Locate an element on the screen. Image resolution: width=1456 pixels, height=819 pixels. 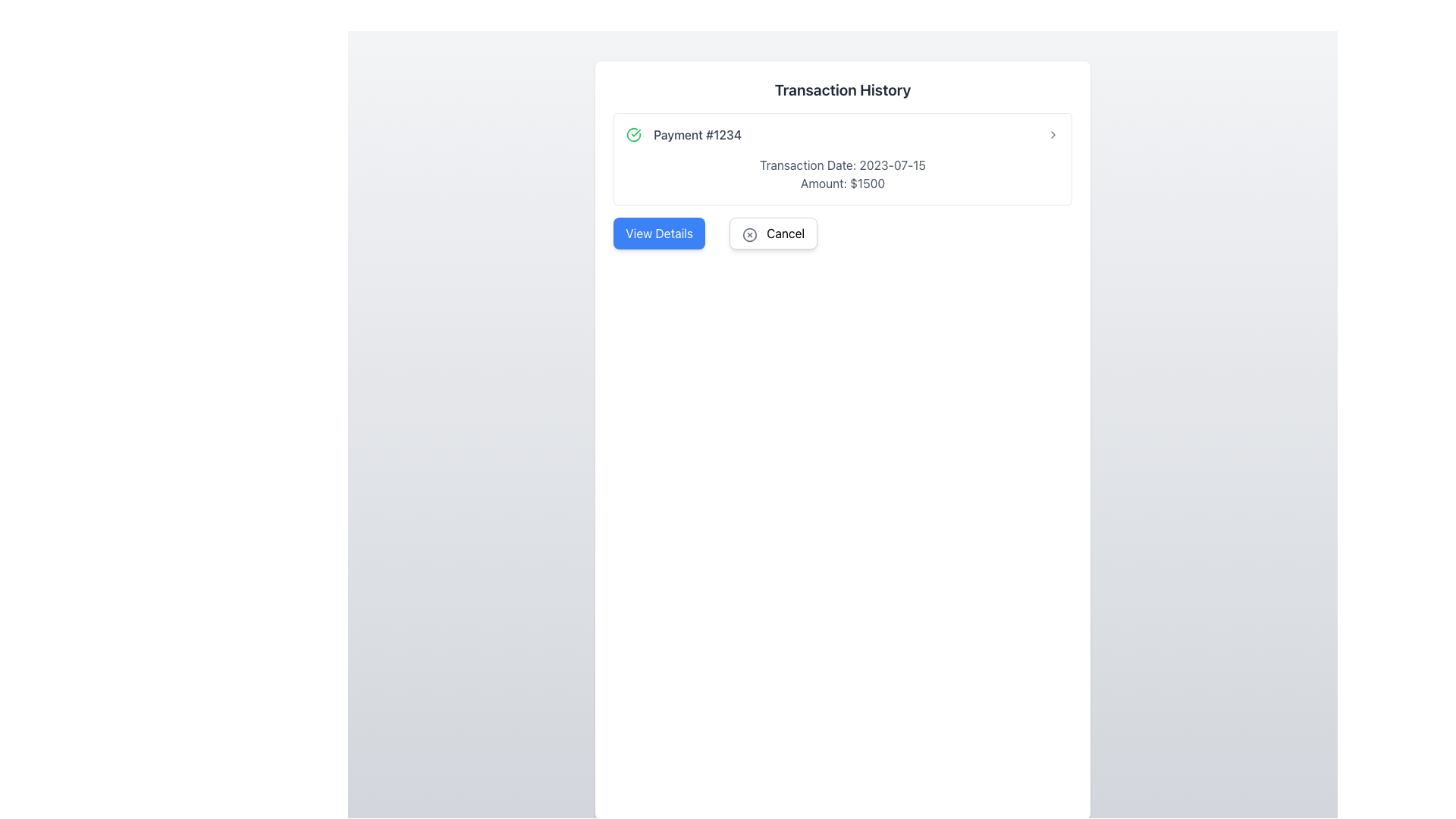
information presented in the transaction history header, which is a centered text label at the top of the transaction details section is located at coordinates (842, 90).